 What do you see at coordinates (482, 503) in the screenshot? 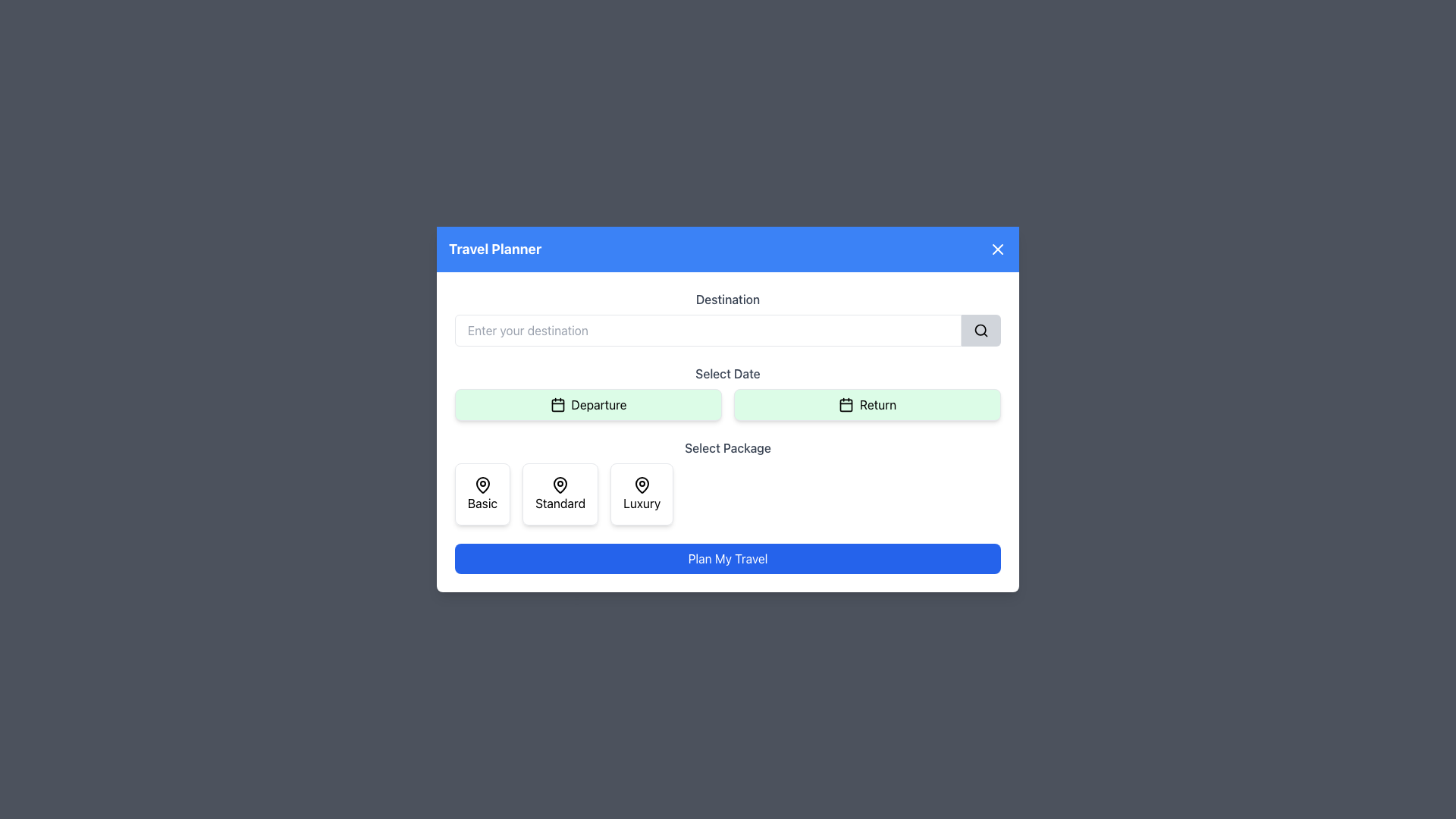
I see `the 'Basic' package option label, which is the leftmost element in the 'Select Package' section, providing a category for user selection` at bounding box center [482, 503].